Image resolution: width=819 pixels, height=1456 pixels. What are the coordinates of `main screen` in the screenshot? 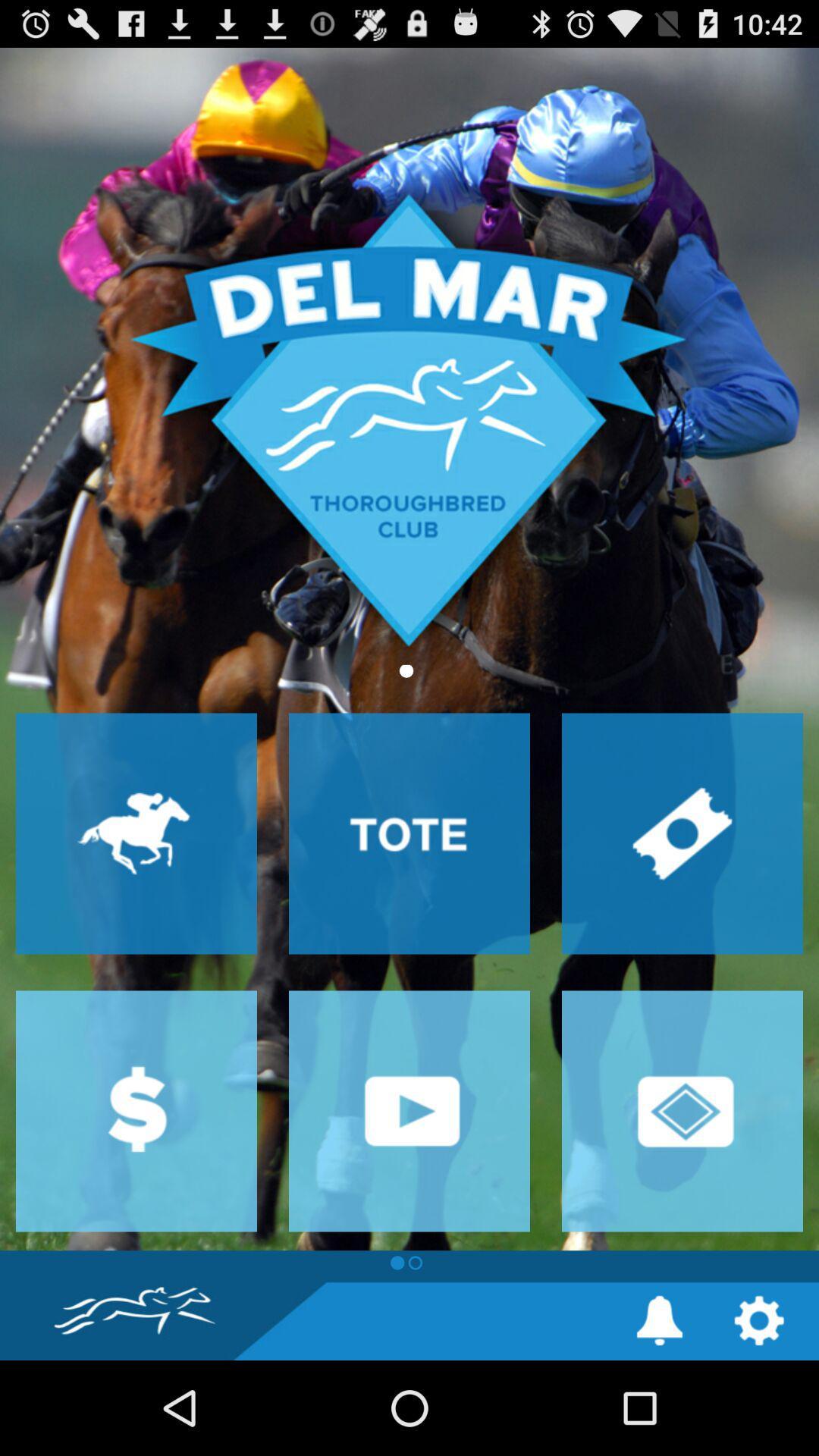 It's located at (409, 649).